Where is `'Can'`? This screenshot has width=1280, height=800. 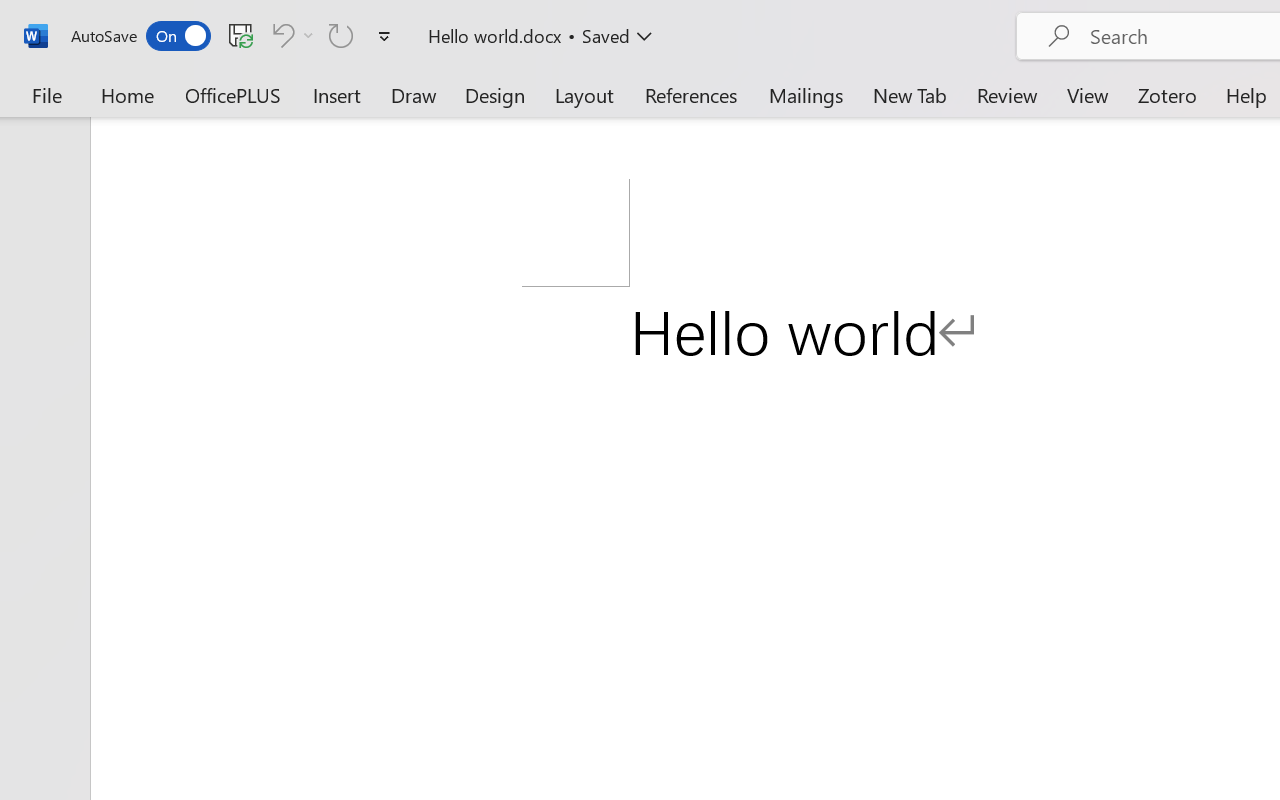 'Can' is located at coordinates (289, 34).